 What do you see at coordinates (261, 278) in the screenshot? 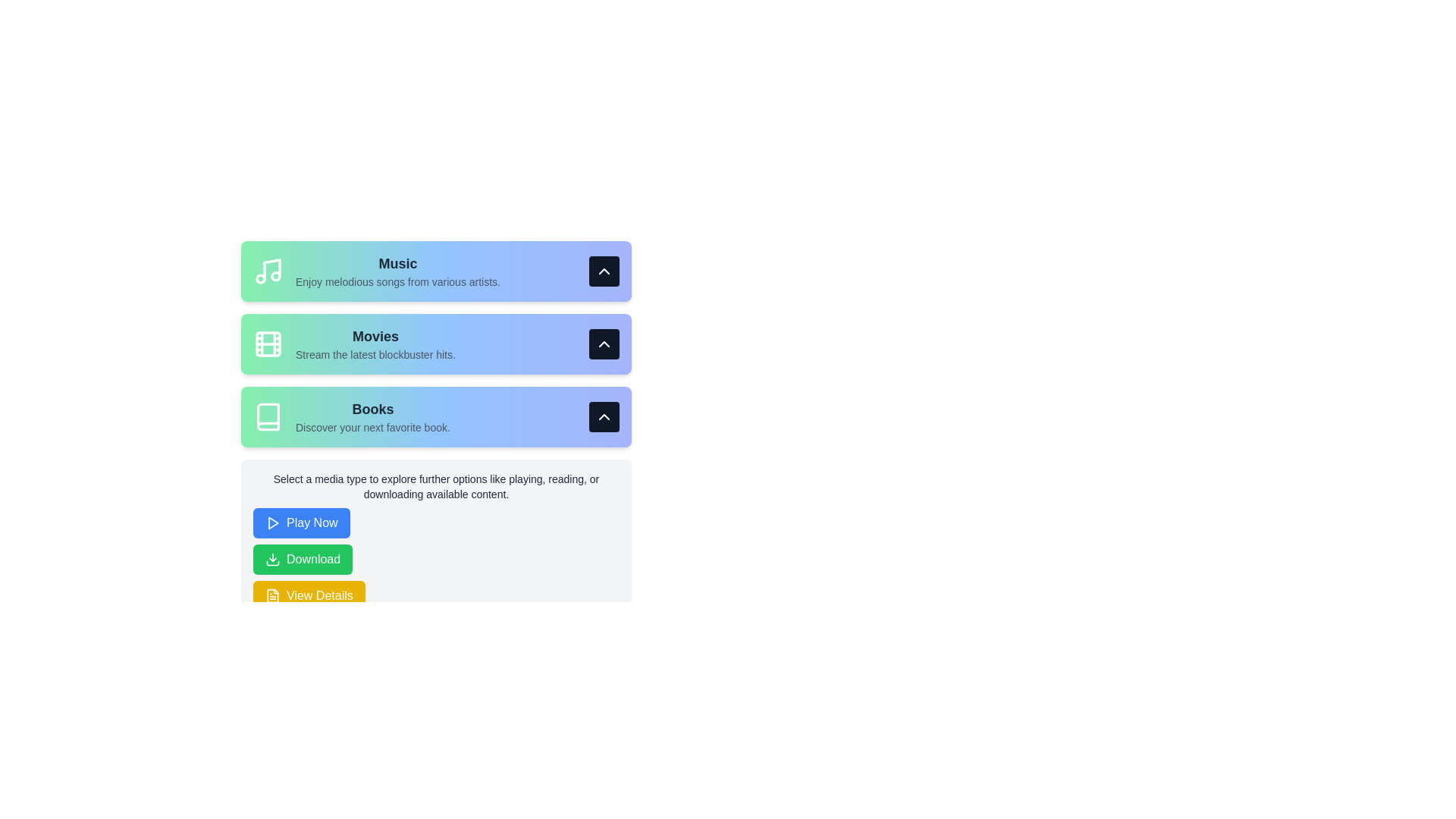
I see `small circular graphic element representing a decorative item in the music-themed card using browser developer tools` at bounding box center [261, 278].